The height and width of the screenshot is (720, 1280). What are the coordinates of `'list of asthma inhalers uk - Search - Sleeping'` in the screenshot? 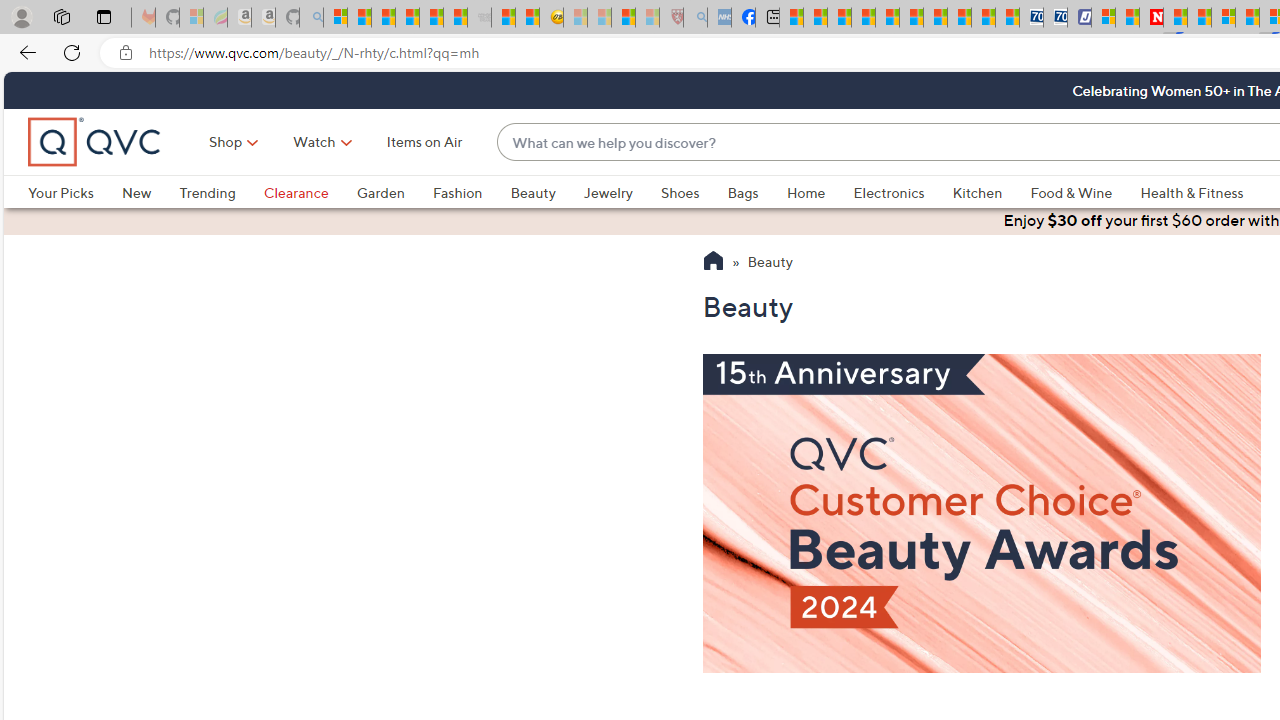 It's located at (695, 17).